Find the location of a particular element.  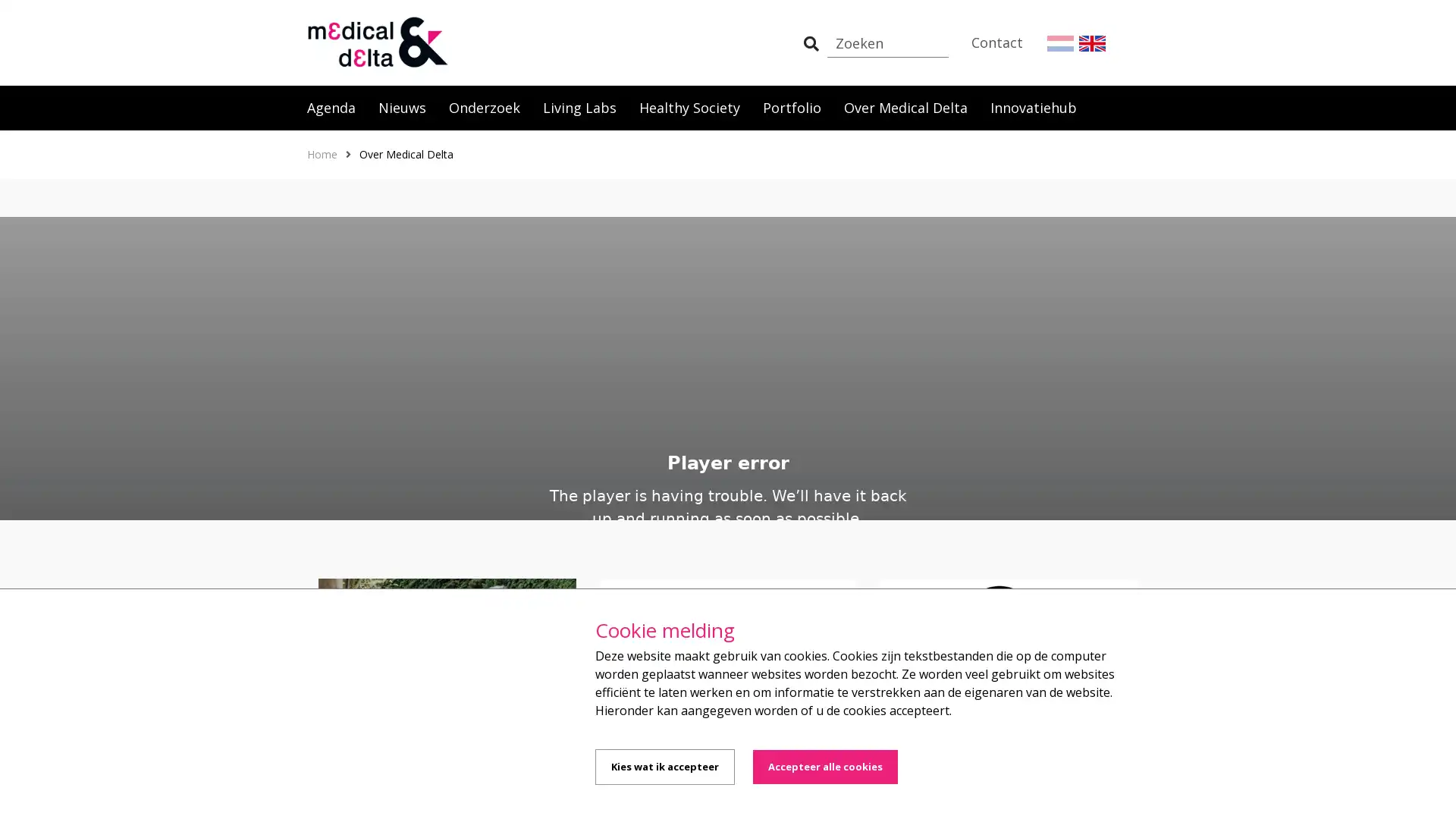

Kies wat ik accepteer is located at coordinates (665, 767).